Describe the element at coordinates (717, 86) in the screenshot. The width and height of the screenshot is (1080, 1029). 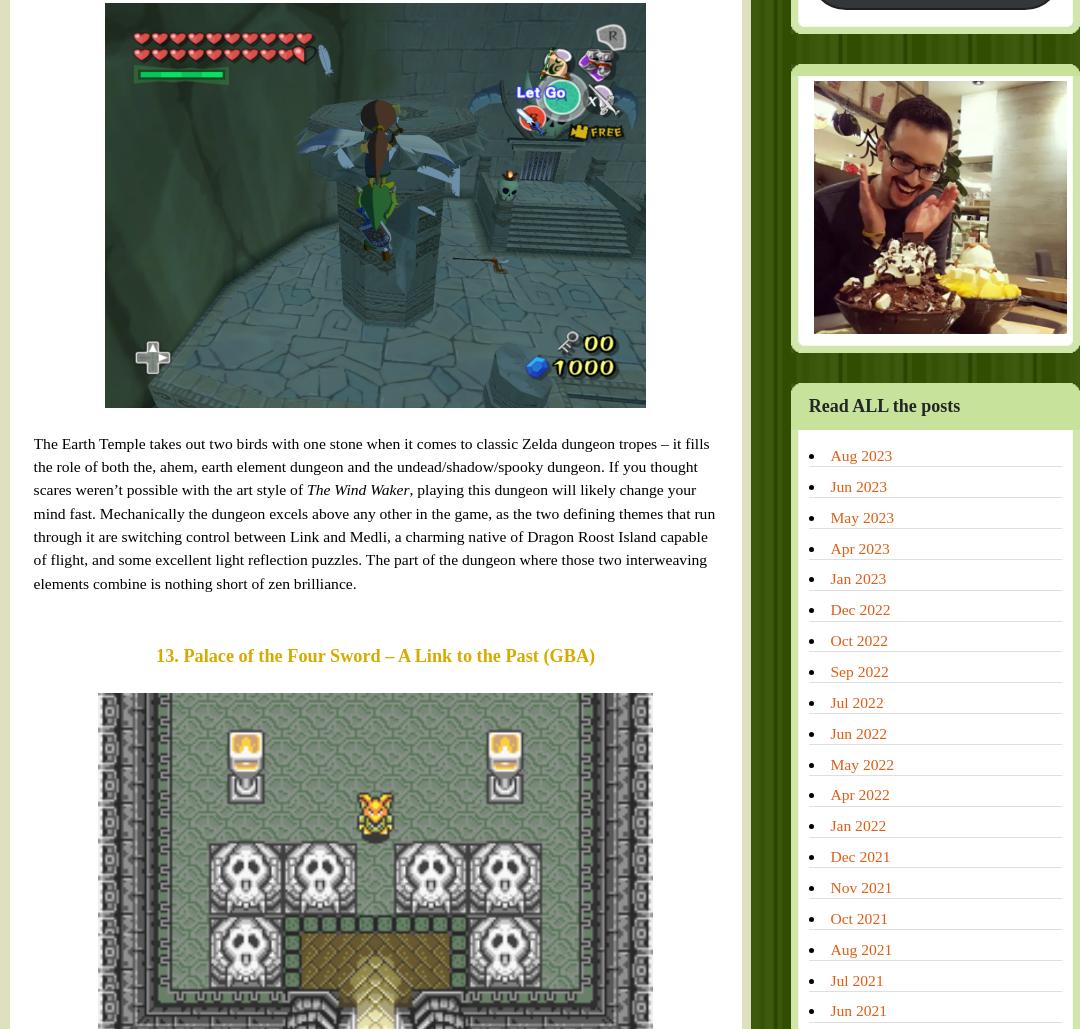
I see `'May 2023'` at that location.